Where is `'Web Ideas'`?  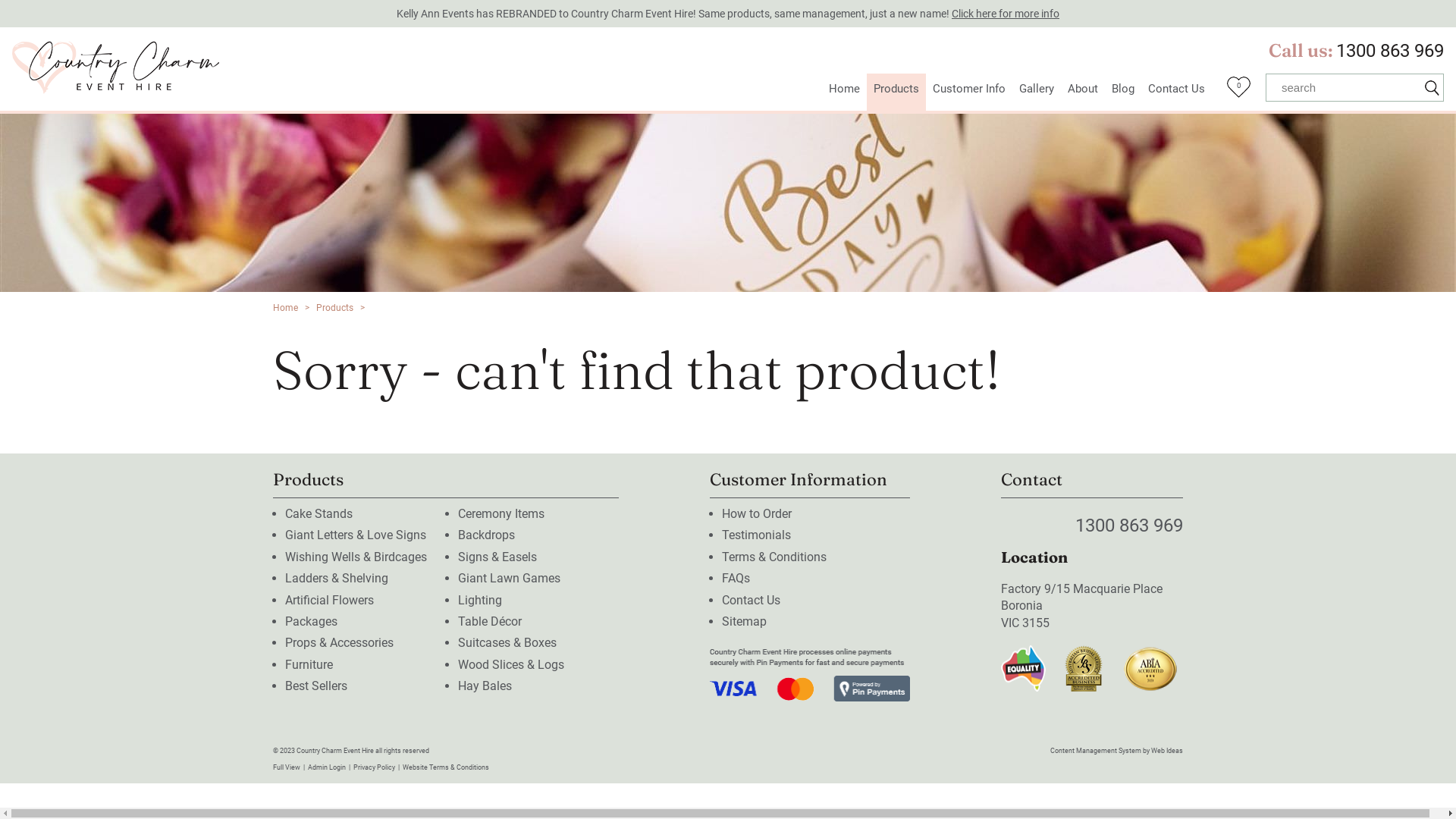 'Web Ideas' is located at coordinates (1166, 751).